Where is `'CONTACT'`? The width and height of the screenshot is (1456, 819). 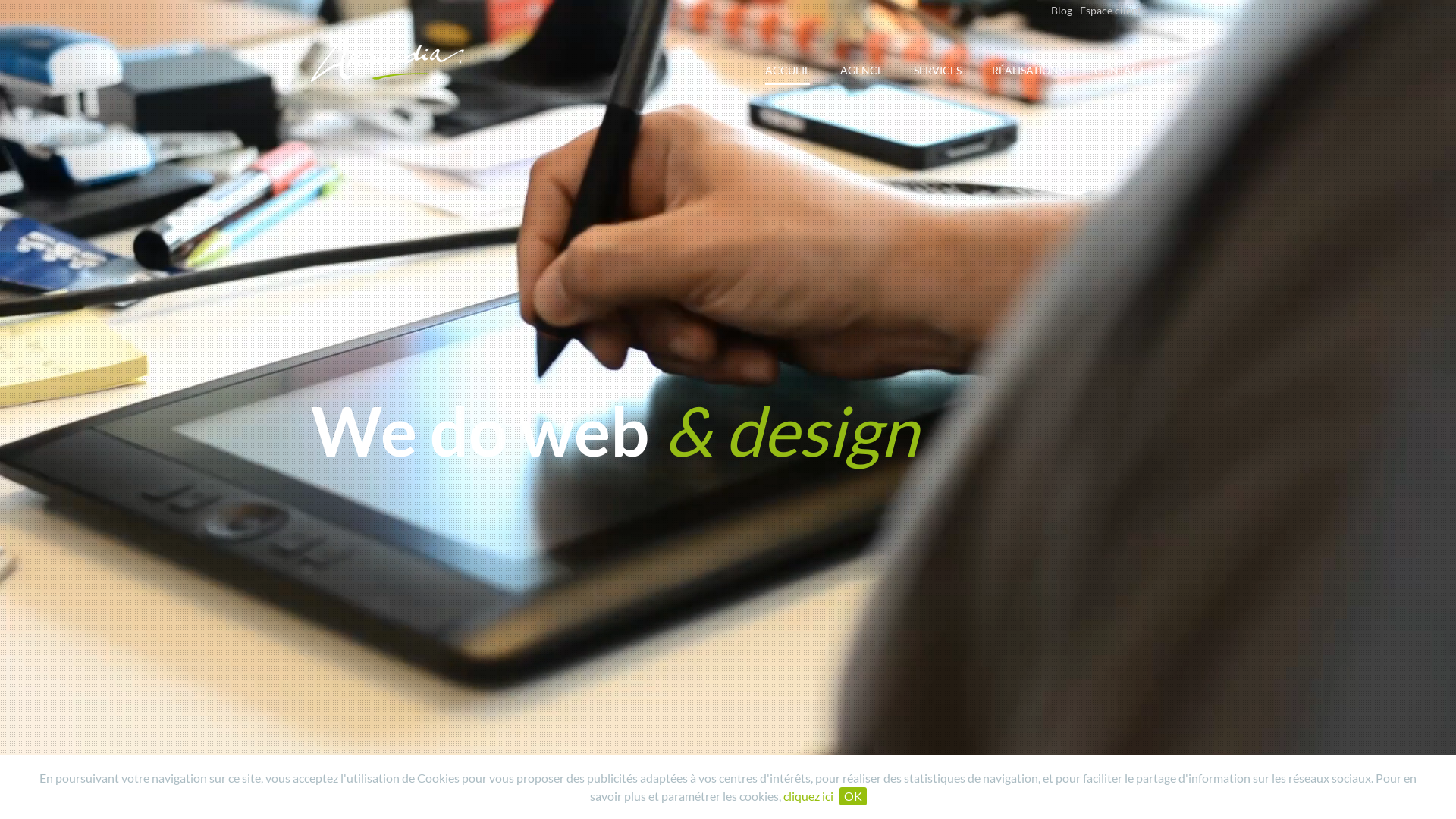
'CONTACT' is located at coordinates (1119, 79).